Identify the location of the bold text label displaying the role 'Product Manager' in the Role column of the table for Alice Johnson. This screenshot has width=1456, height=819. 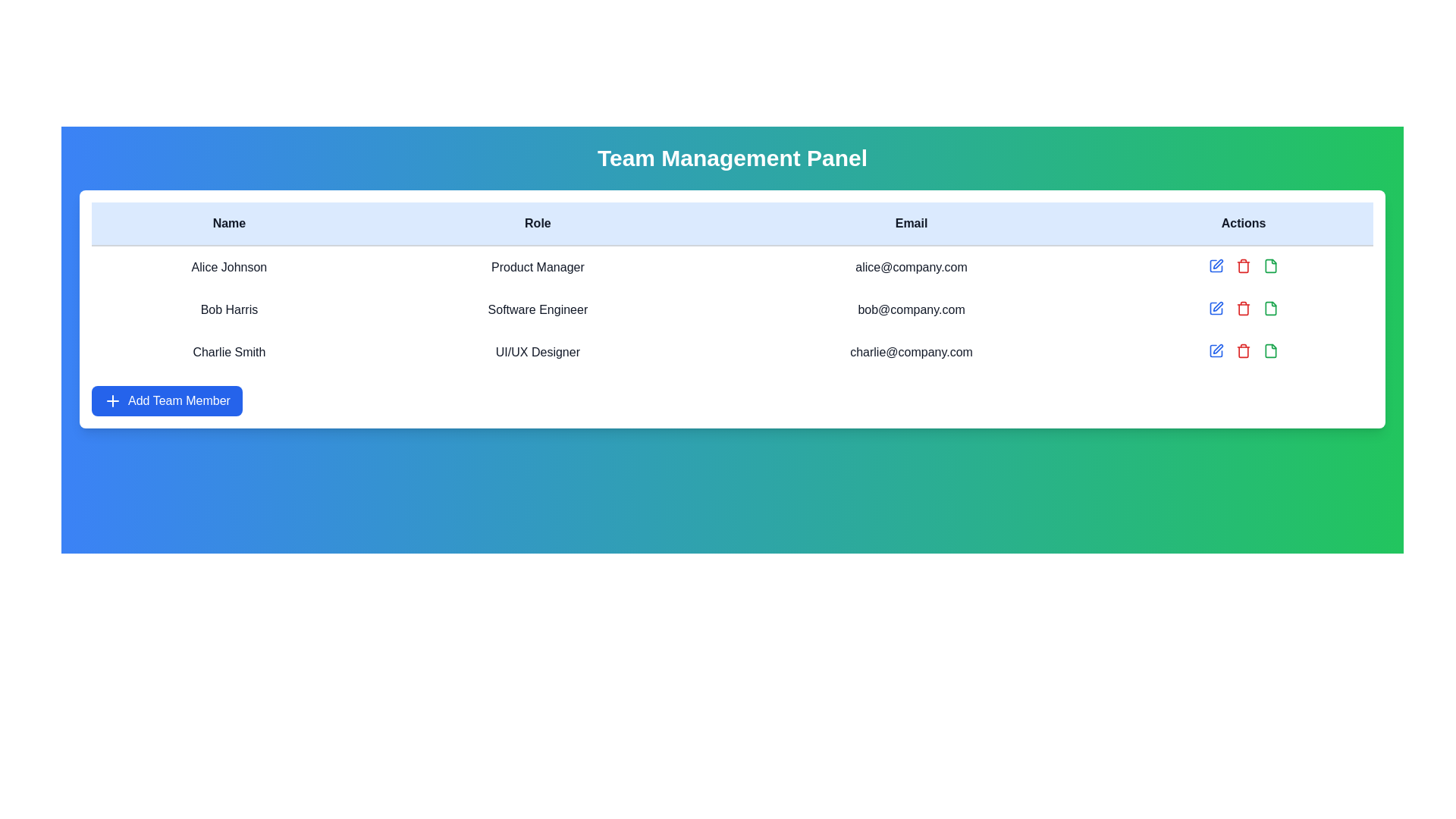
(538, 266).